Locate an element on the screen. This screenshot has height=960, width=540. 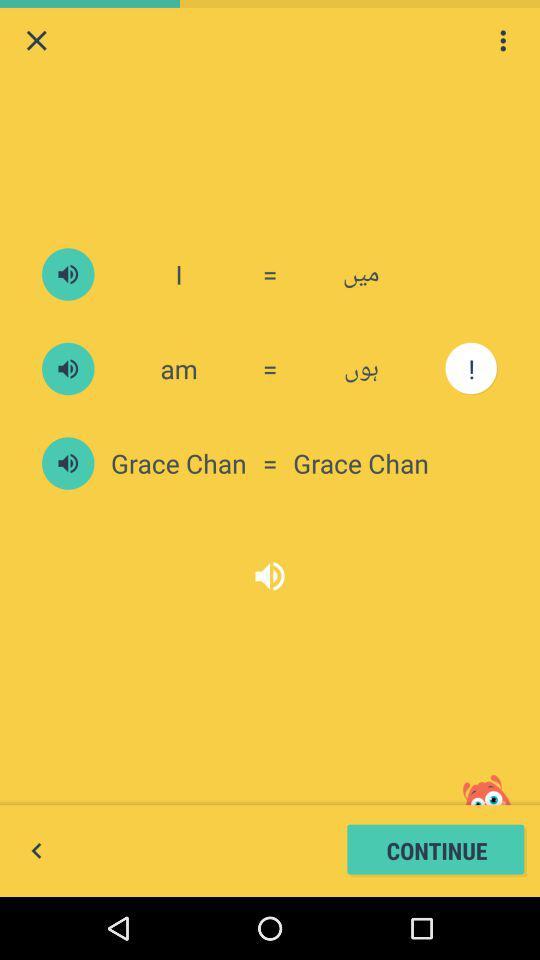
the volume icon is located at coordinates (270, 615).